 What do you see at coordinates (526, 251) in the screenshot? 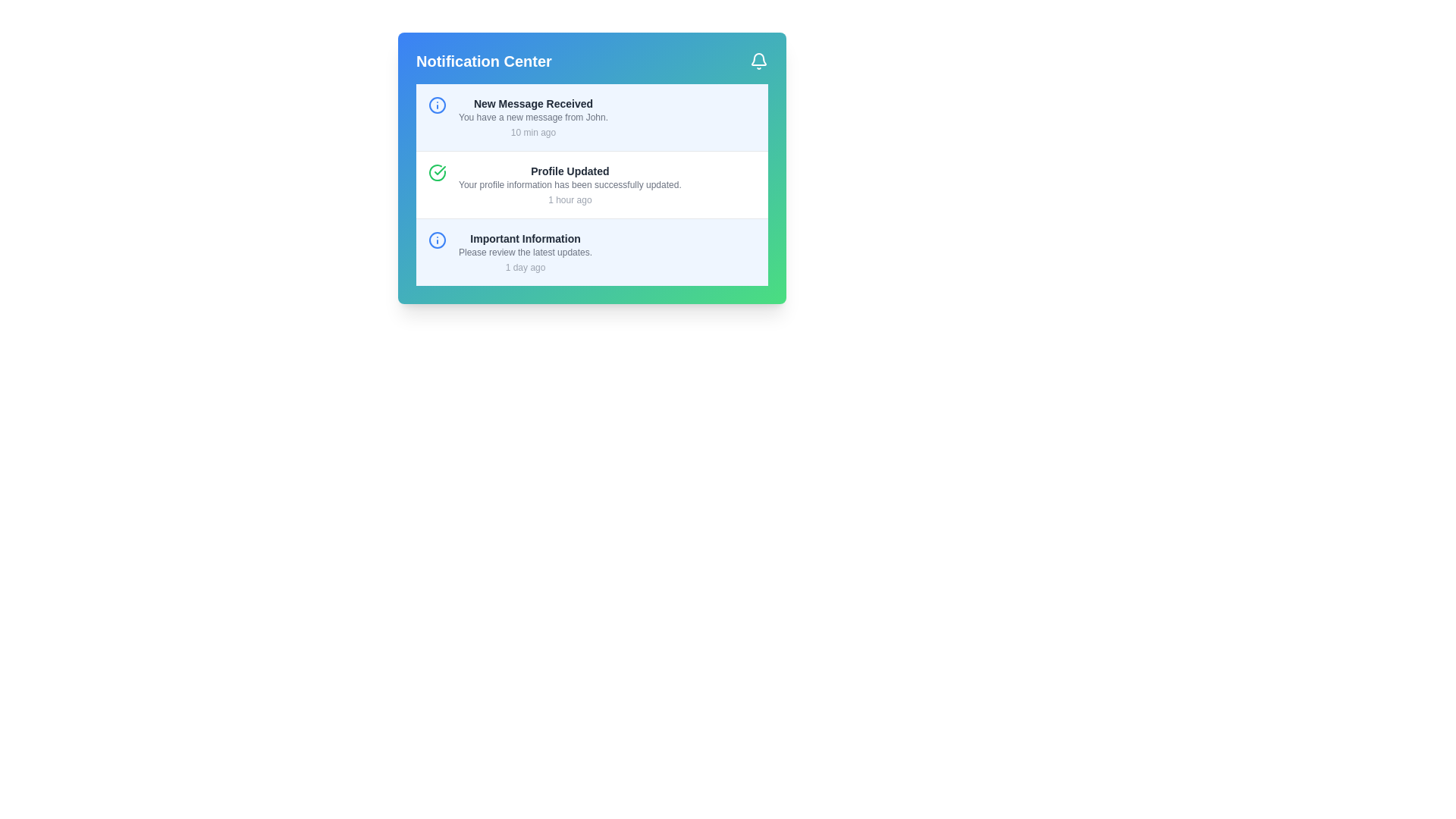
I see `the descriptive text label for the notification titled 'Important Information', positioned below the title and above the timestamp` at bounding box center [526, 251].